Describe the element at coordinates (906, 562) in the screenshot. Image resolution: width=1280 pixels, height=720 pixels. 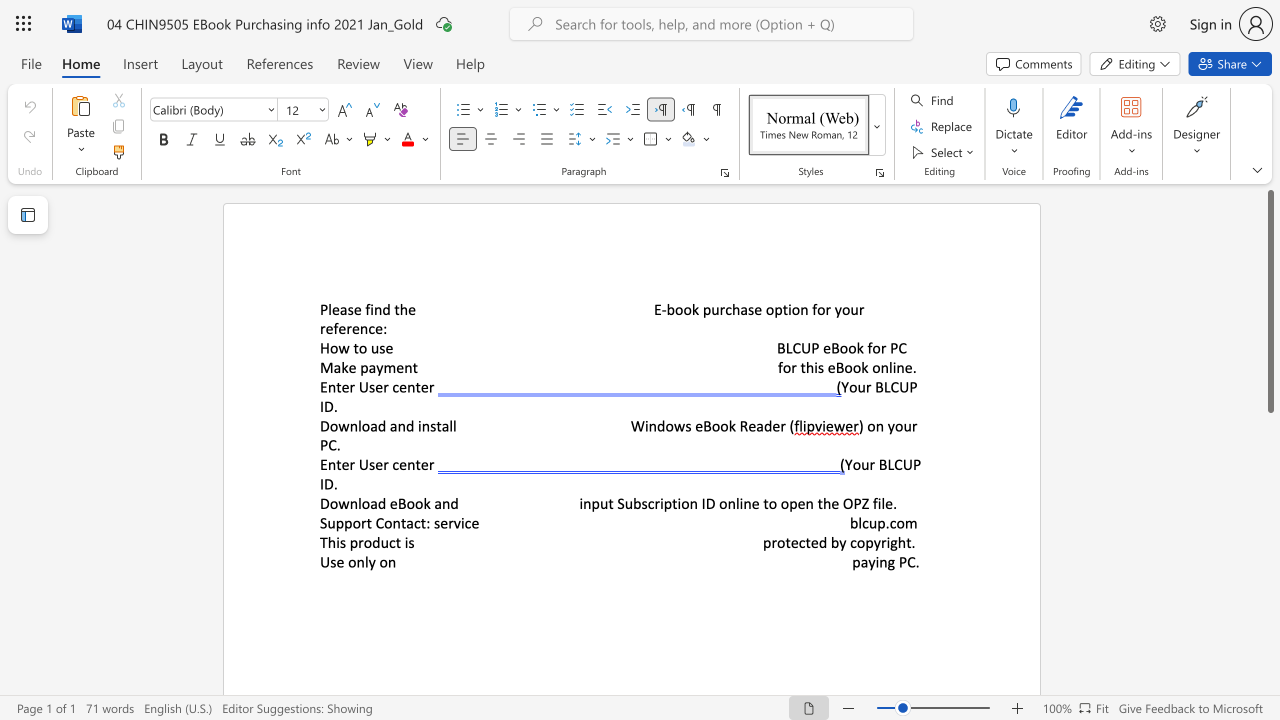
I see `the subset text "C." within the text "paying PC."` at that location.